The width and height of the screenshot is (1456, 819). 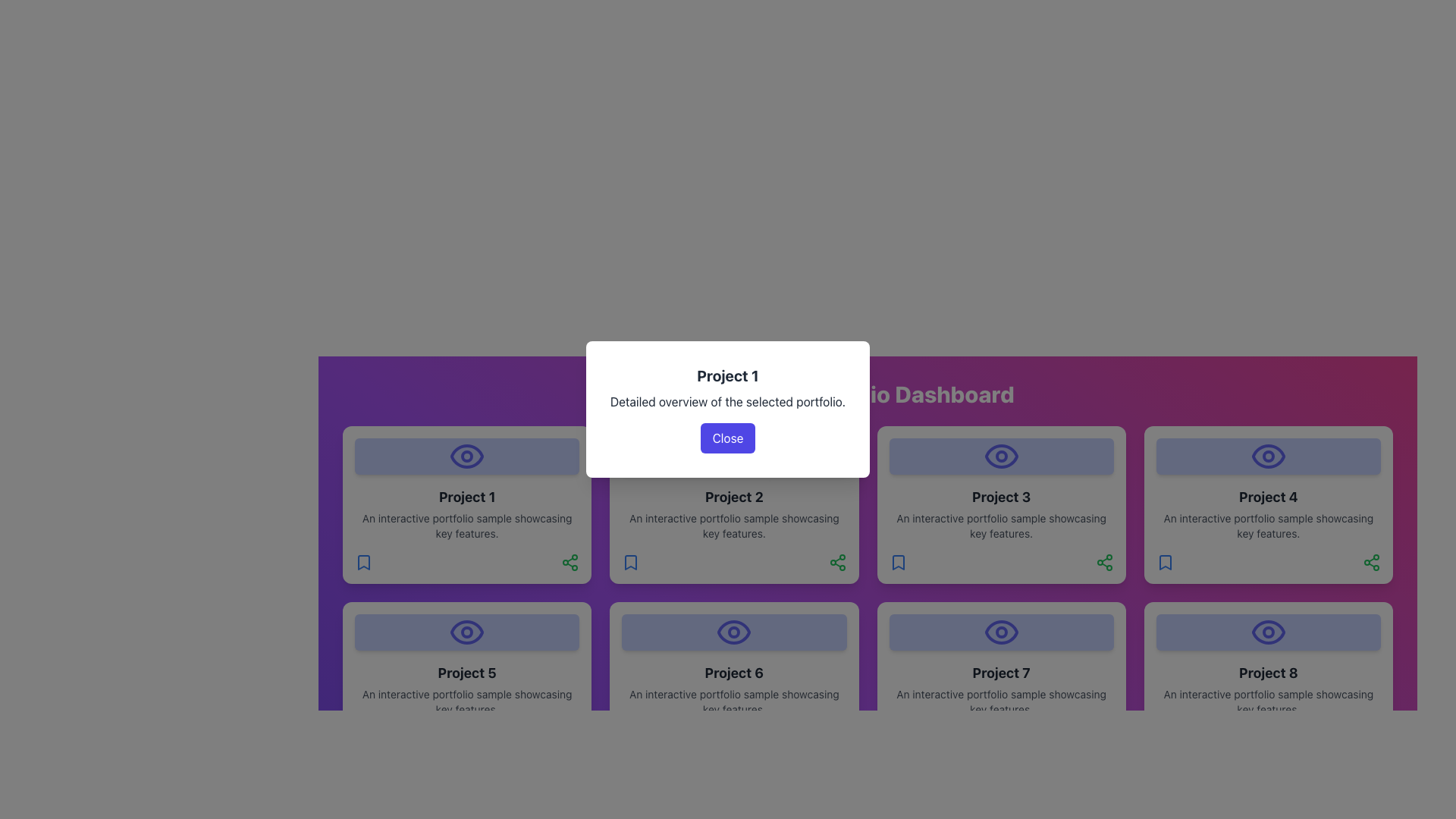 I want to click on the text label indicating the title of the eighth project in the portfolio grid, which is centrally positioned below a blue icon and above smaller descriptive text, so click(x=1268, y=672).